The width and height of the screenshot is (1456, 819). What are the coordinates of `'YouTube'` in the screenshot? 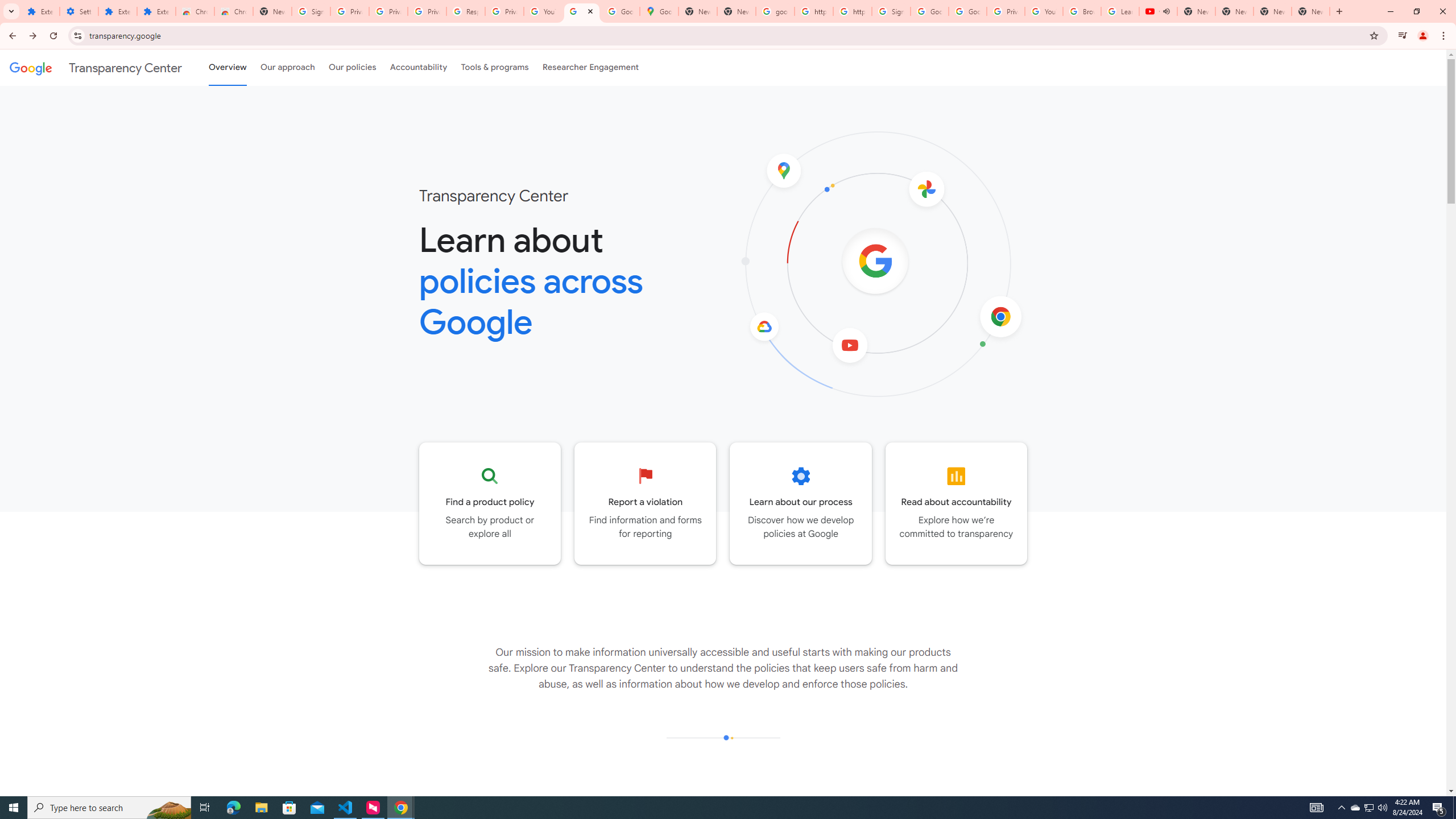 It's located at (1043, 11).